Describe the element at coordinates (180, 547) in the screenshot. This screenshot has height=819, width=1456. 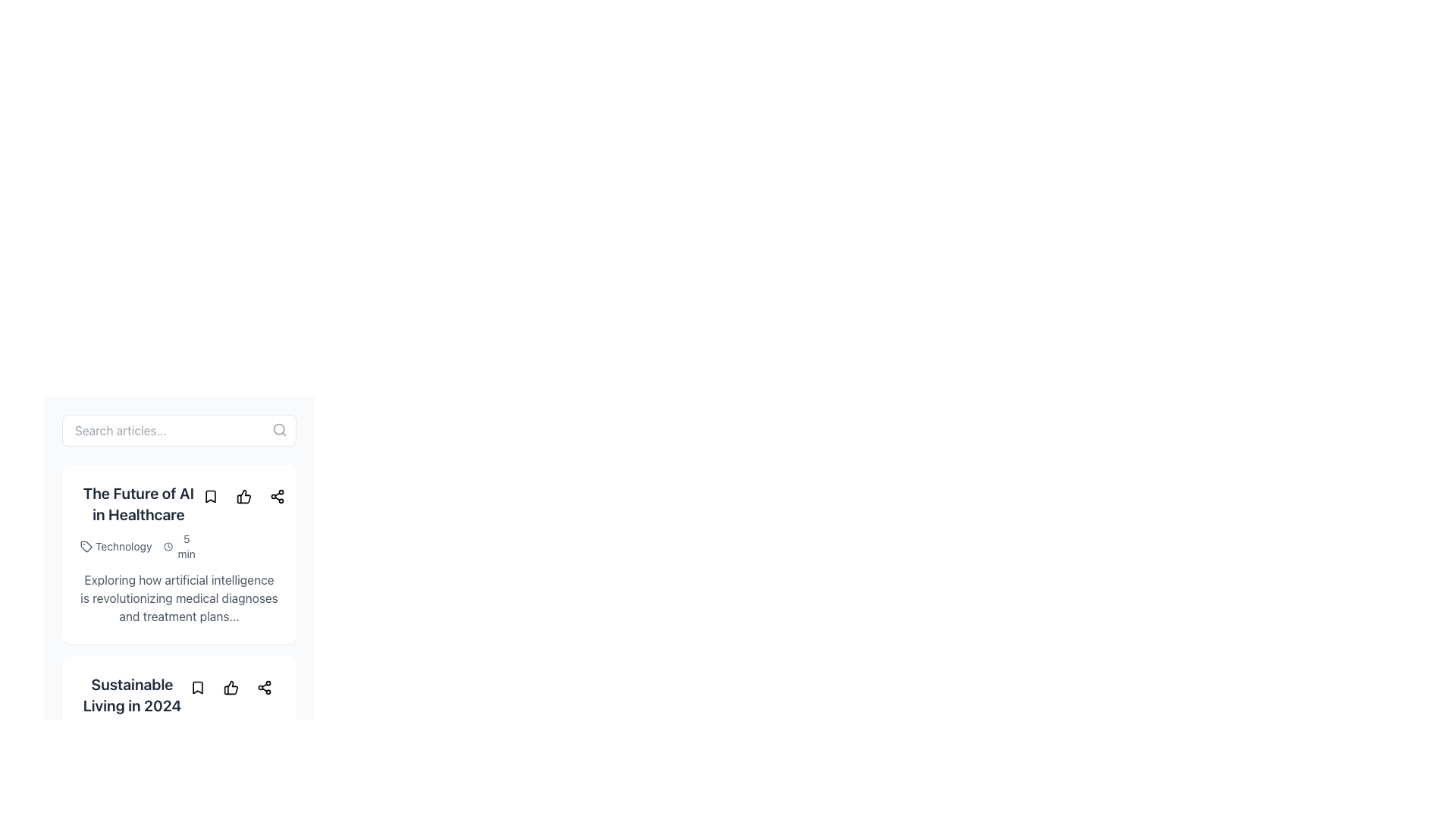
I see `the label with icon indicating estimated reading duration for the associated article, positioned to the right of the 'Technology' label in the metadata section` at that location.